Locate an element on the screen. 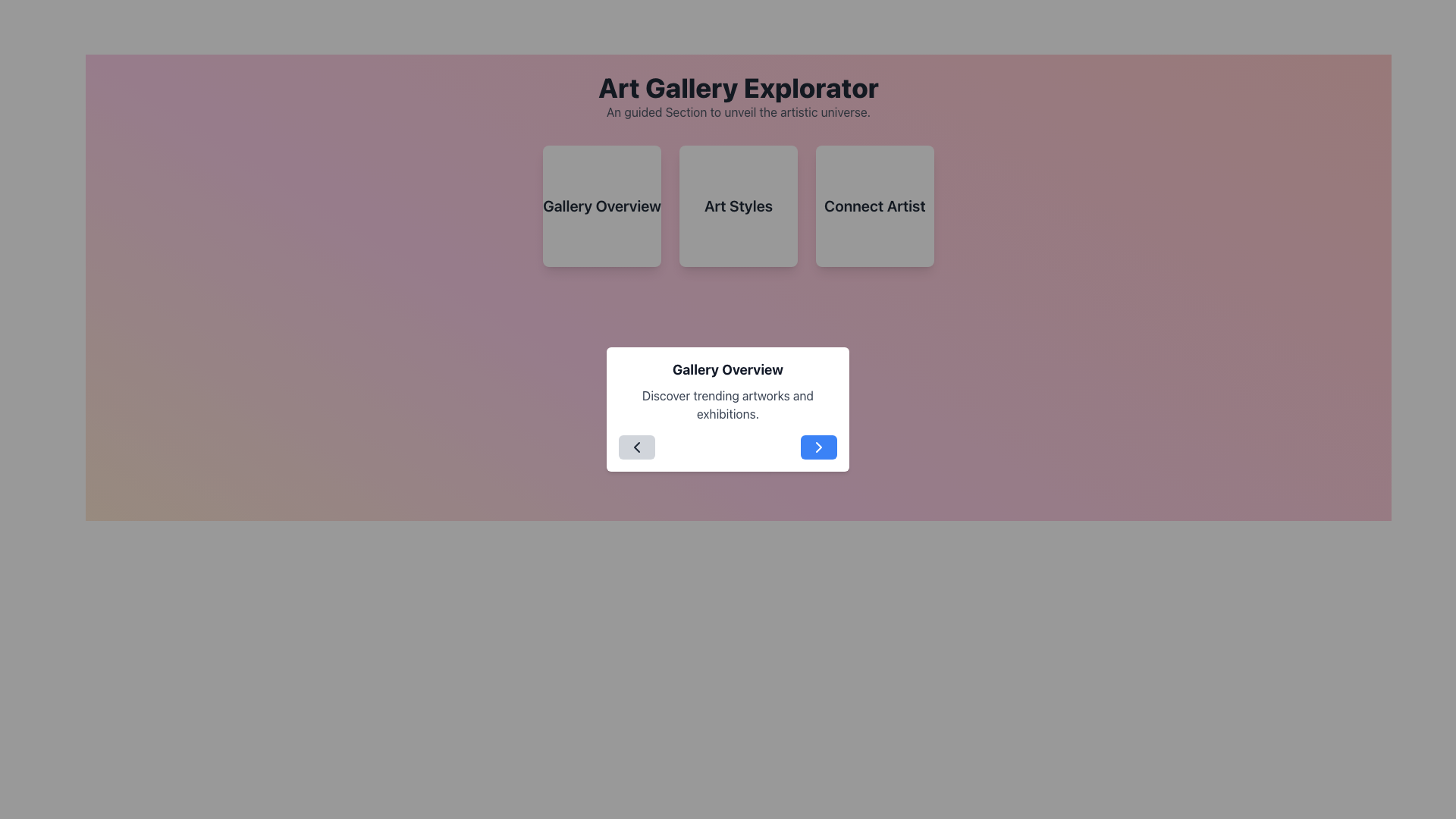 Image resolution: width=1456 pixels, height=819 pixels. the 'Gallery Overview' clickable card, which is the first card in a row of three is located at coordinates (601, 206).